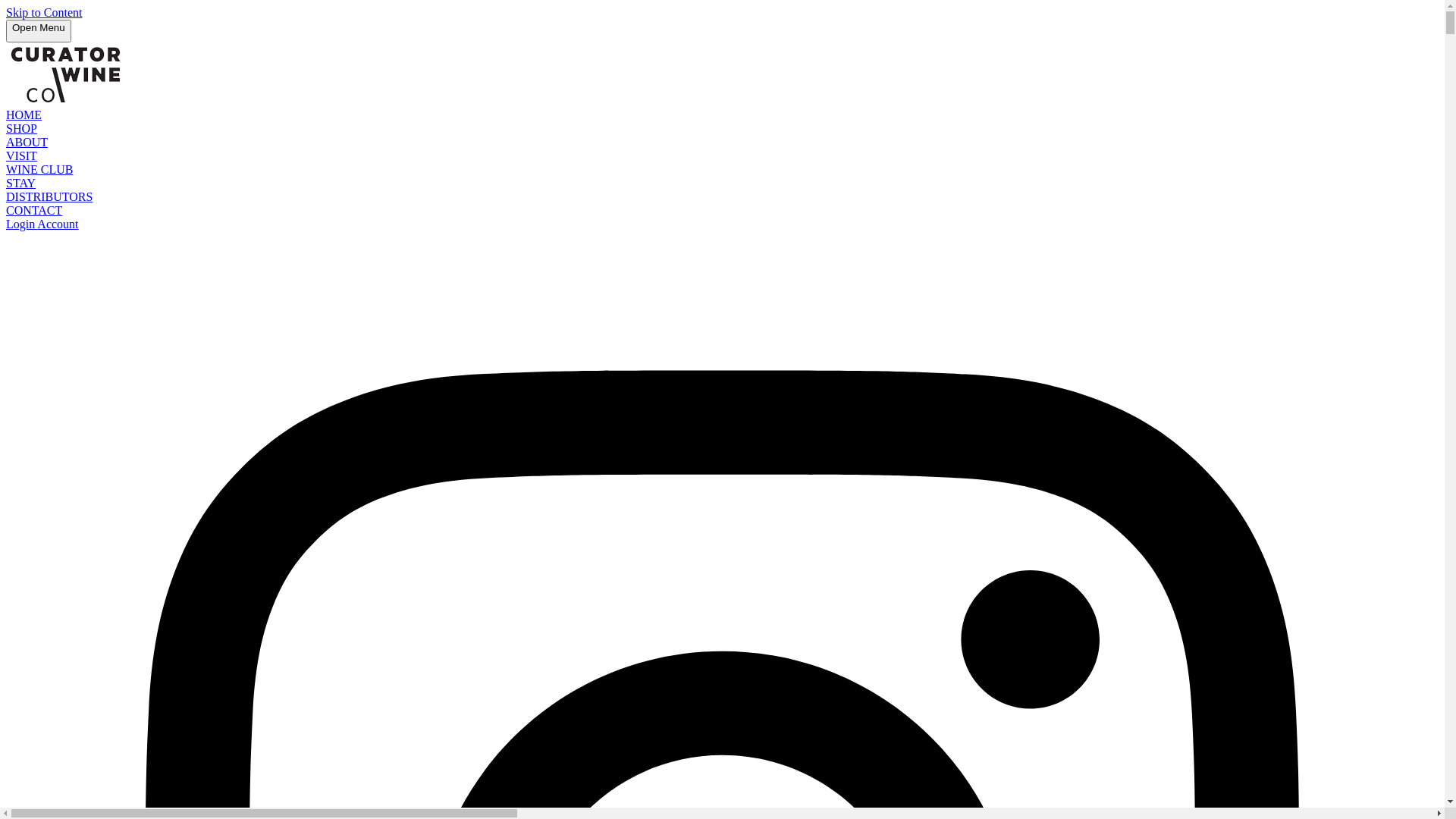 This screenshot has height=819, width=1456. I want to click on 'WINE CLUB', so click(6, 169).